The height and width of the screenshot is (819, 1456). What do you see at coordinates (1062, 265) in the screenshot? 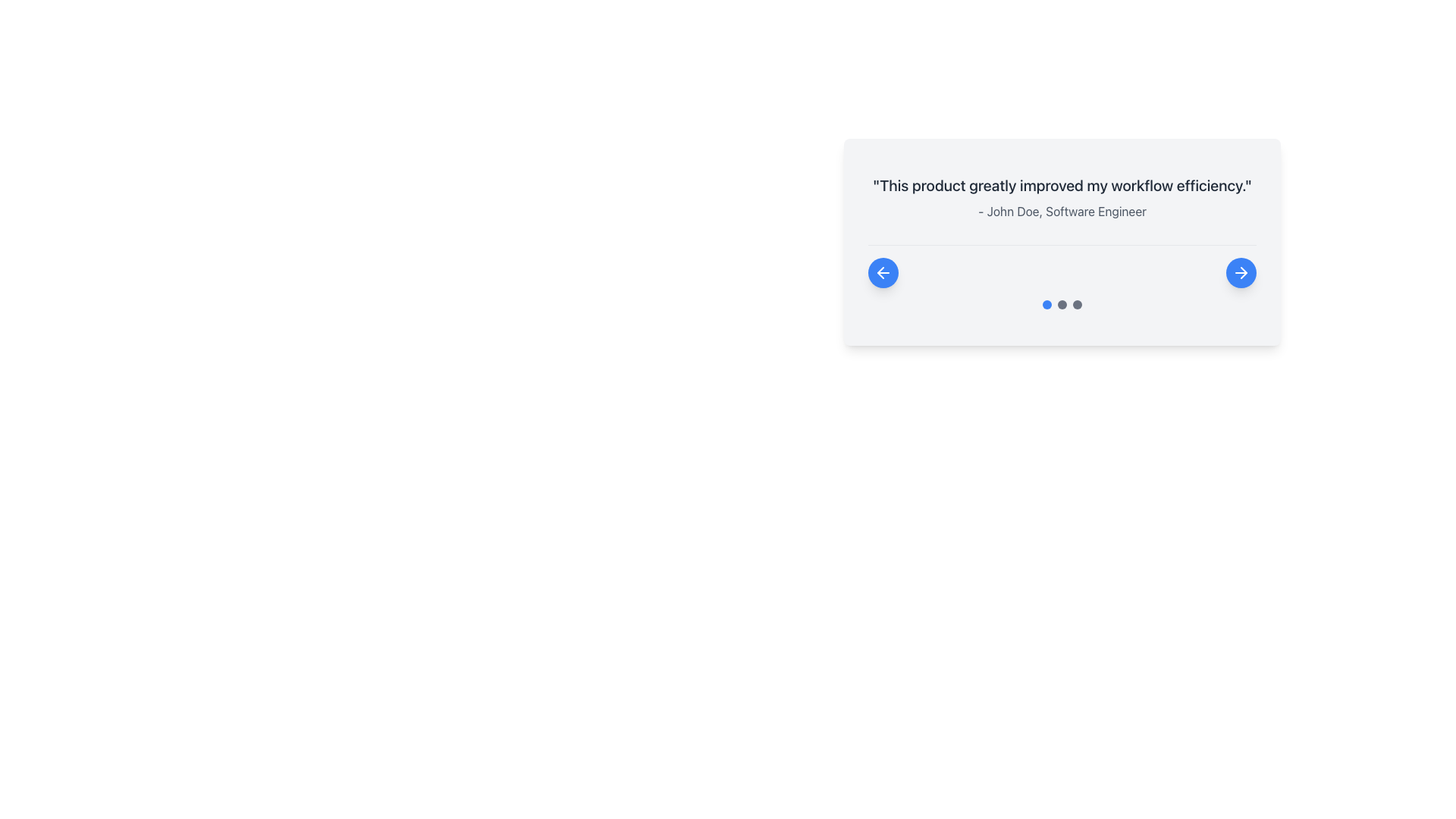
I see `the Carousel Navigation Bar buttons located at the bottom of the testimonial card to observe potential hover effects` at bounding box center [1062, 265].